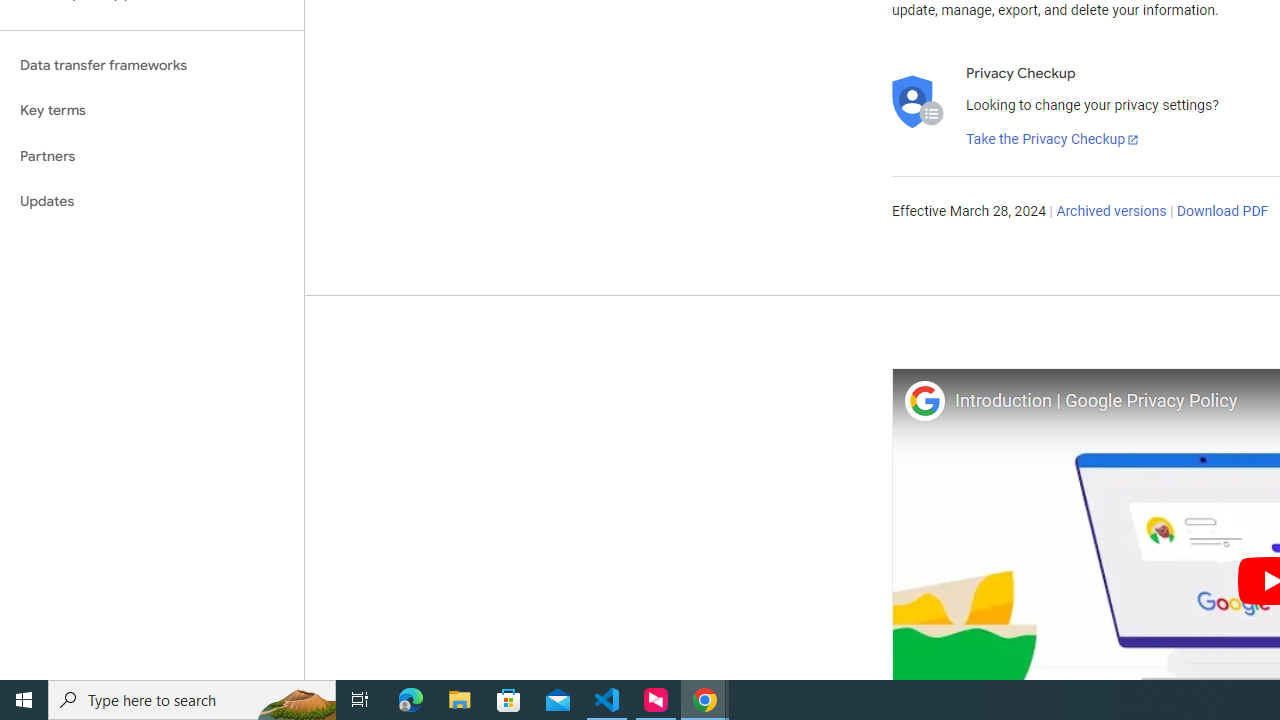 The image size is (1280, 720). What do you see at coordinates (923, 400) in the screenshot?
I see `'Photo image of Google'` at bounding box center [923, 400].